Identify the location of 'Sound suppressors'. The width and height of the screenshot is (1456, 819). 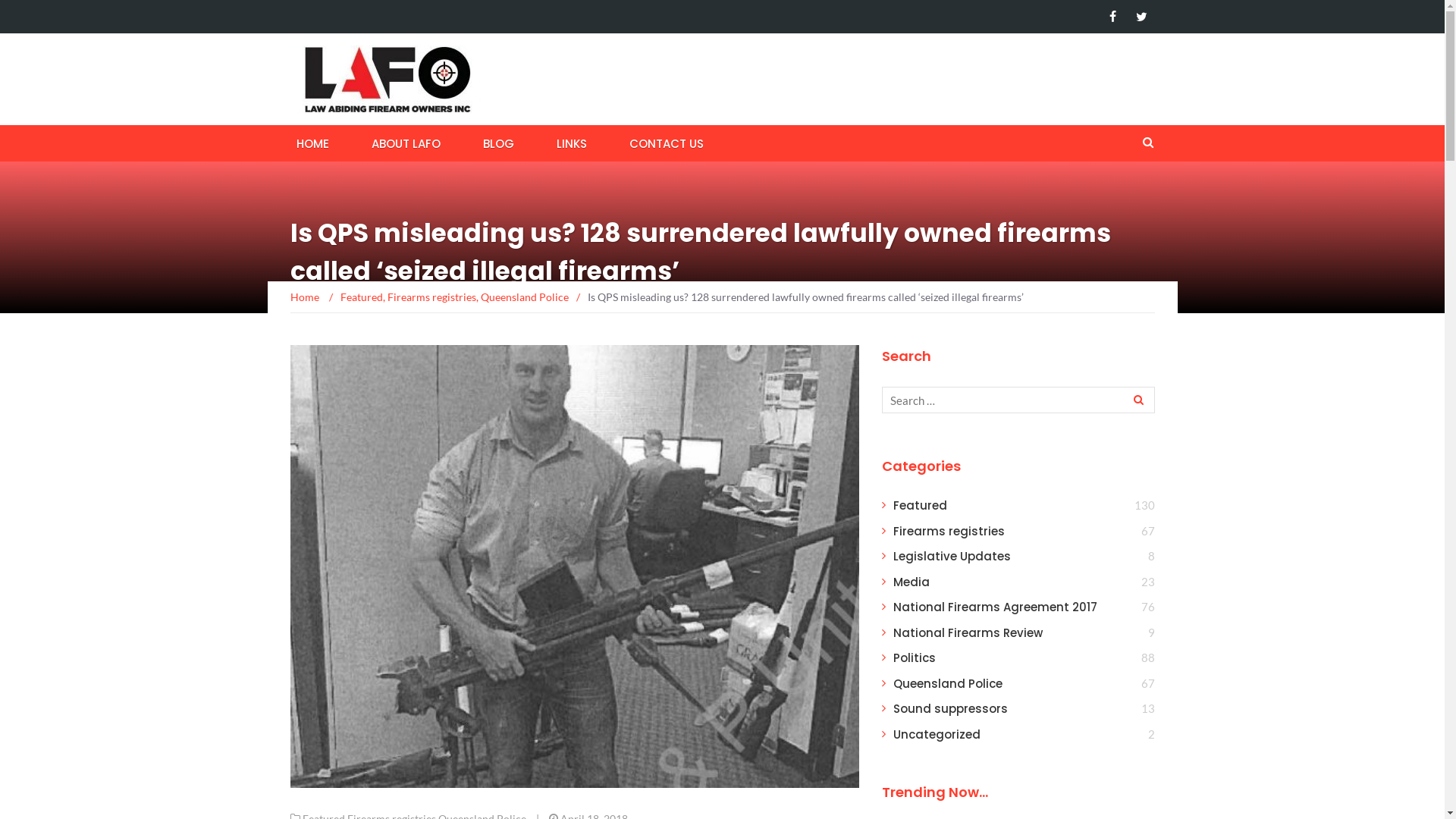
(949, 708).